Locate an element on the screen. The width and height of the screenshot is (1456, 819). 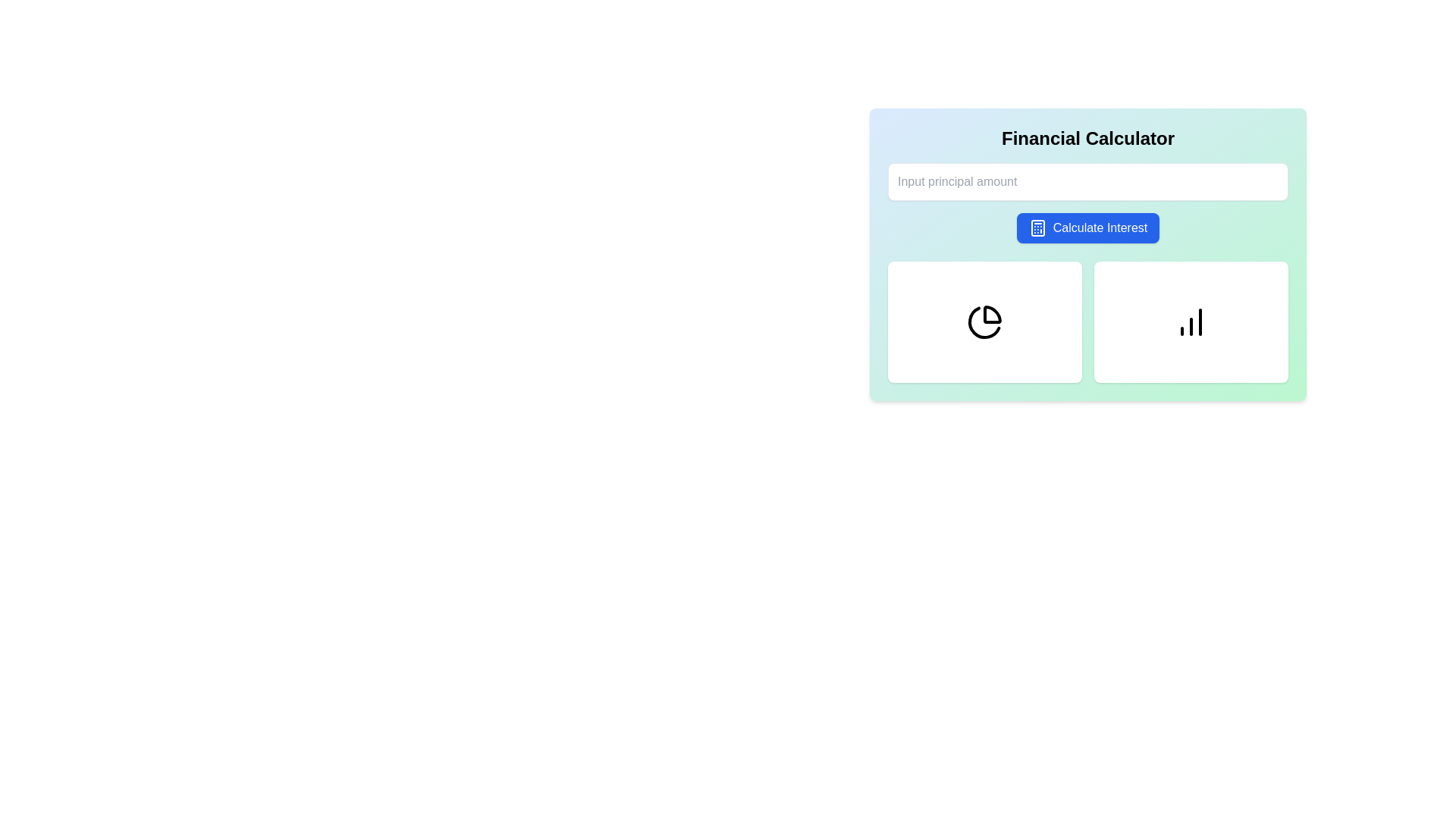
the bar chart icon located in the bottom right corner of the main card area, positioned directly to the right of the pie chart icon is located at coordinates (1190, 321).